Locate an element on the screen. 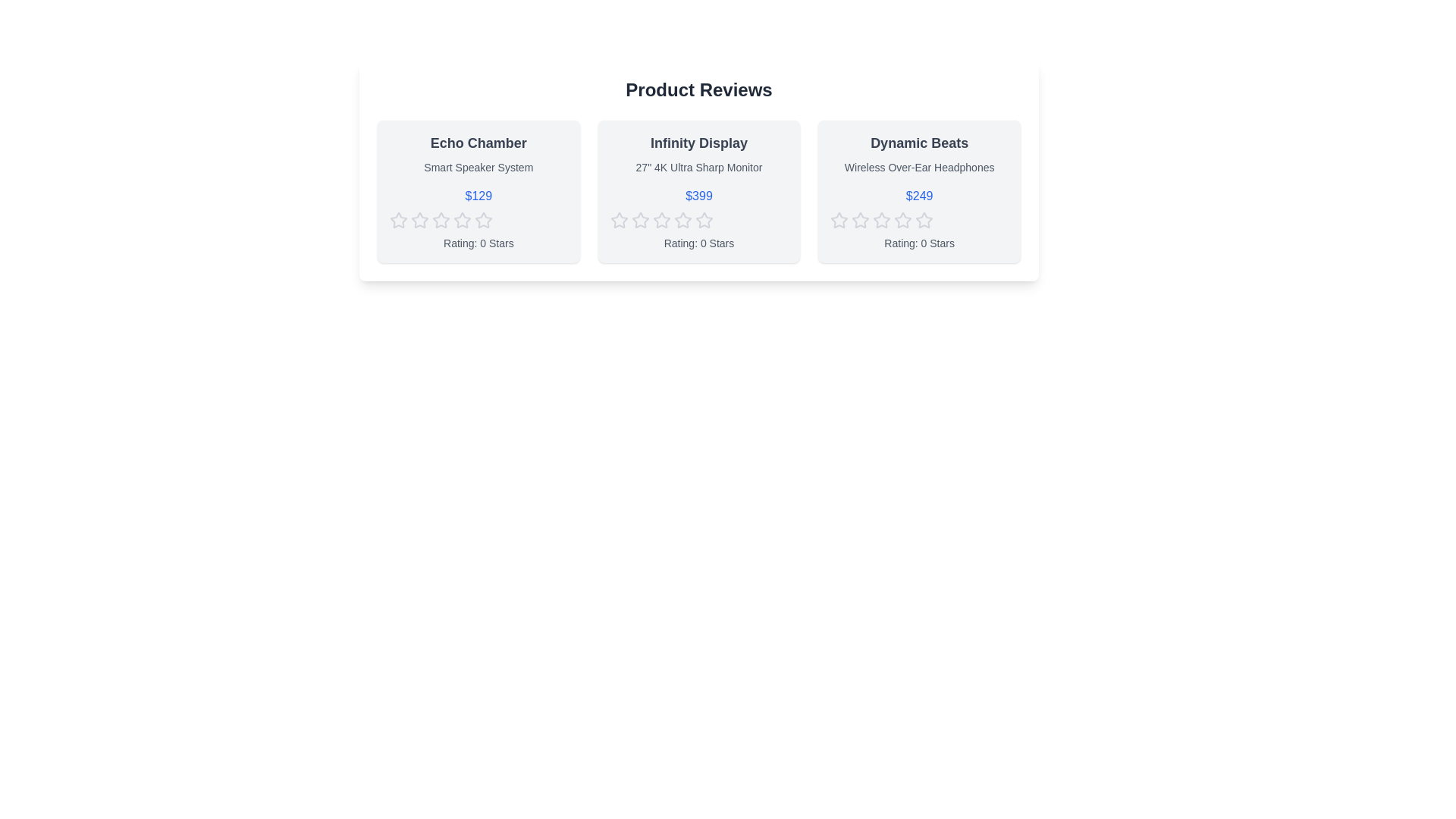 The height and width of the screenshot is (819, 1456). the static text indicating the current rating value of the 'Infinity Display' product, which shows a rating of 0 out of 5 stars, located at the bottom of the product card description is located at coordinates (698, 242).